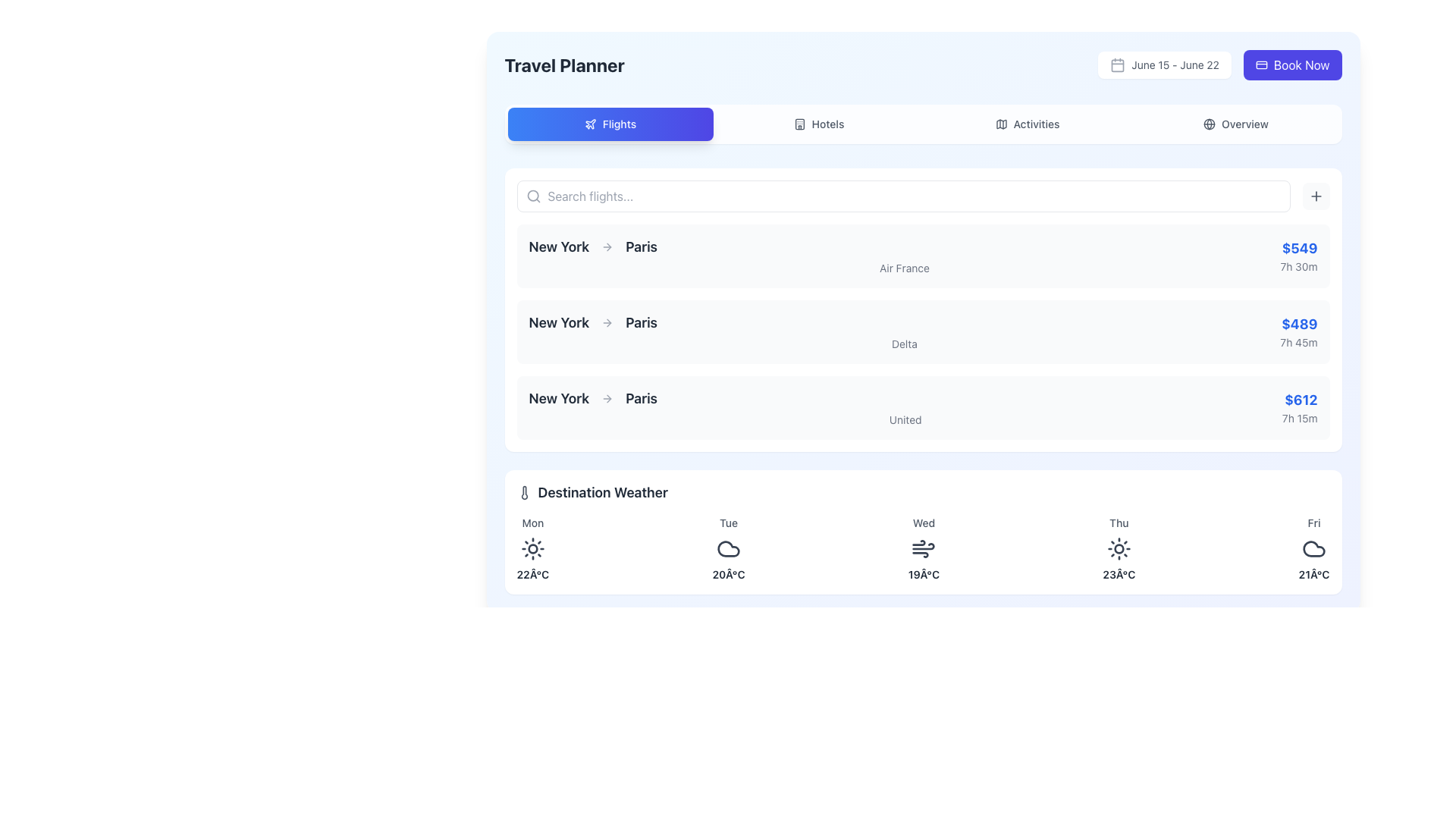 This screenshot has width=1456, height=819. What do you see at coordinates (922, 406) in the screenshot?
I see `the third flight option list item displaying departure from 'New York' to 'Paris', with airline 'United' and price '$612'` at bounding box center [922, 406].